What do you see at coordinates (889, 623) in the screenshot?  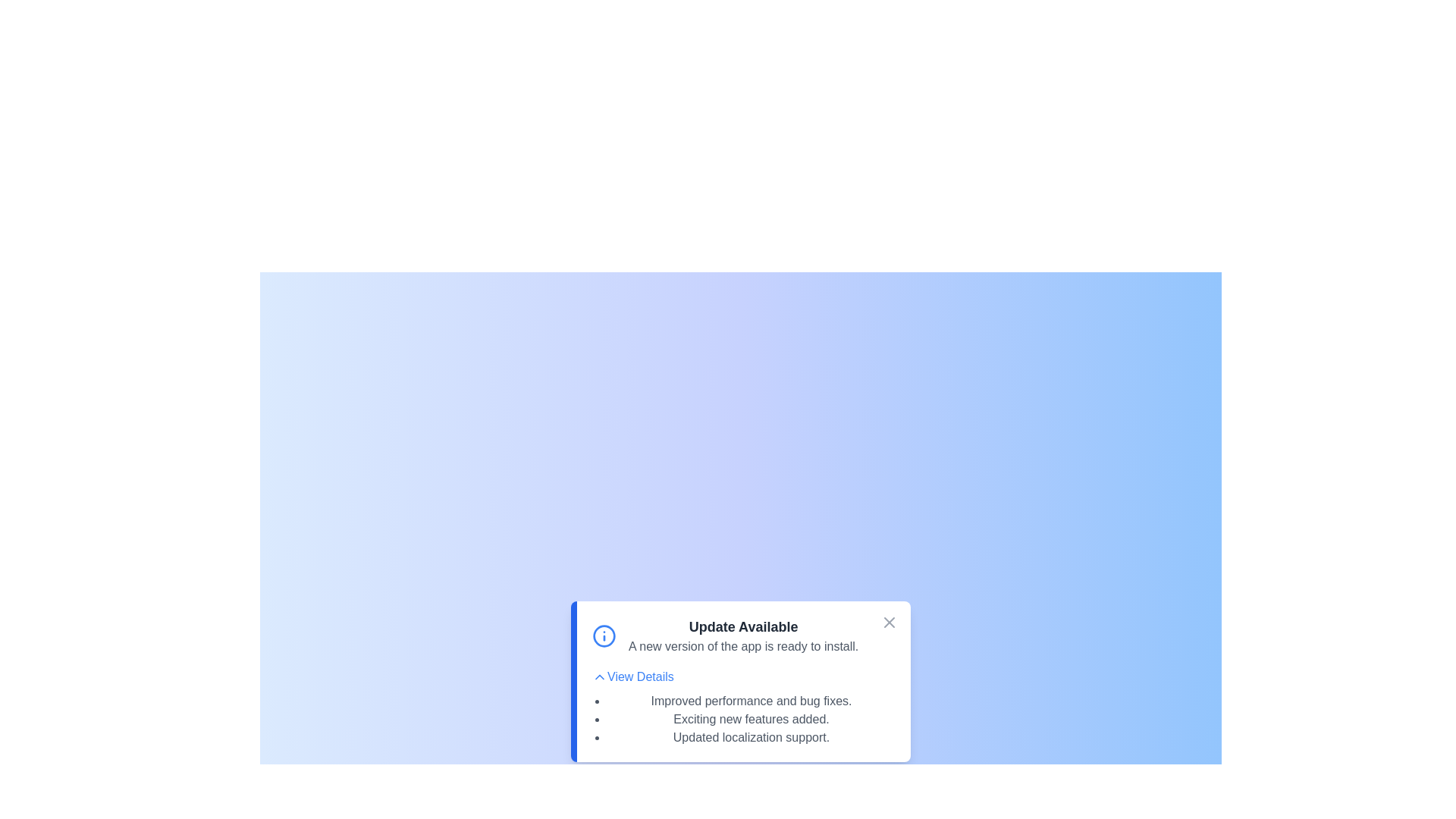 I see `the 'X' button to close the alert` at bounding box center [889, 623].